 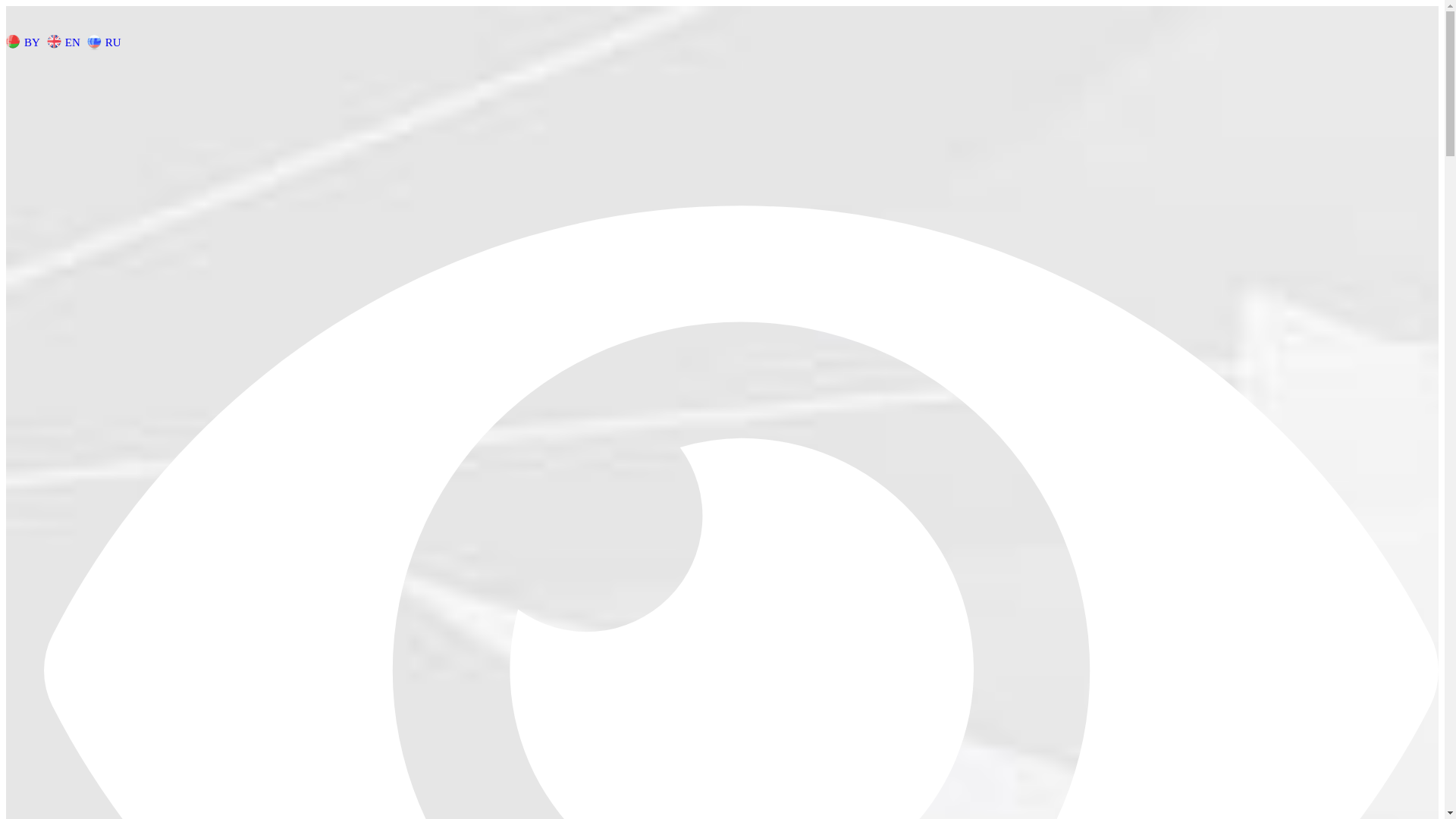 I want to click on 'EN', so click(x=64, y=40).